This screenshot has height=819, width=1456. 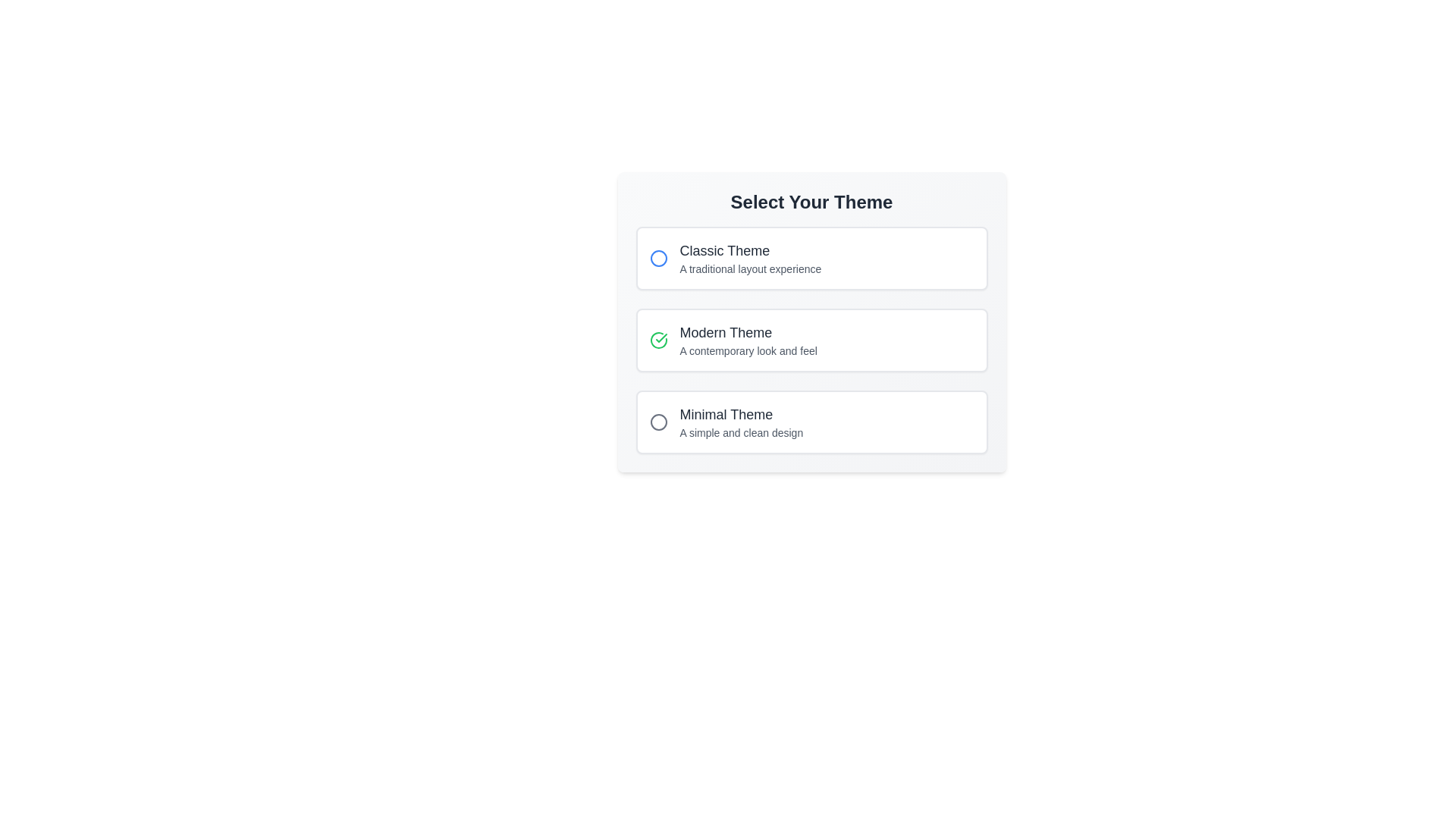 What do you see at coordinates (658, 257) in the screenshot?
I see `the circular icon with a blue outline located to the left of the 'Classic Theme' label in the selectable themes list` at bounding box center [658, 257].